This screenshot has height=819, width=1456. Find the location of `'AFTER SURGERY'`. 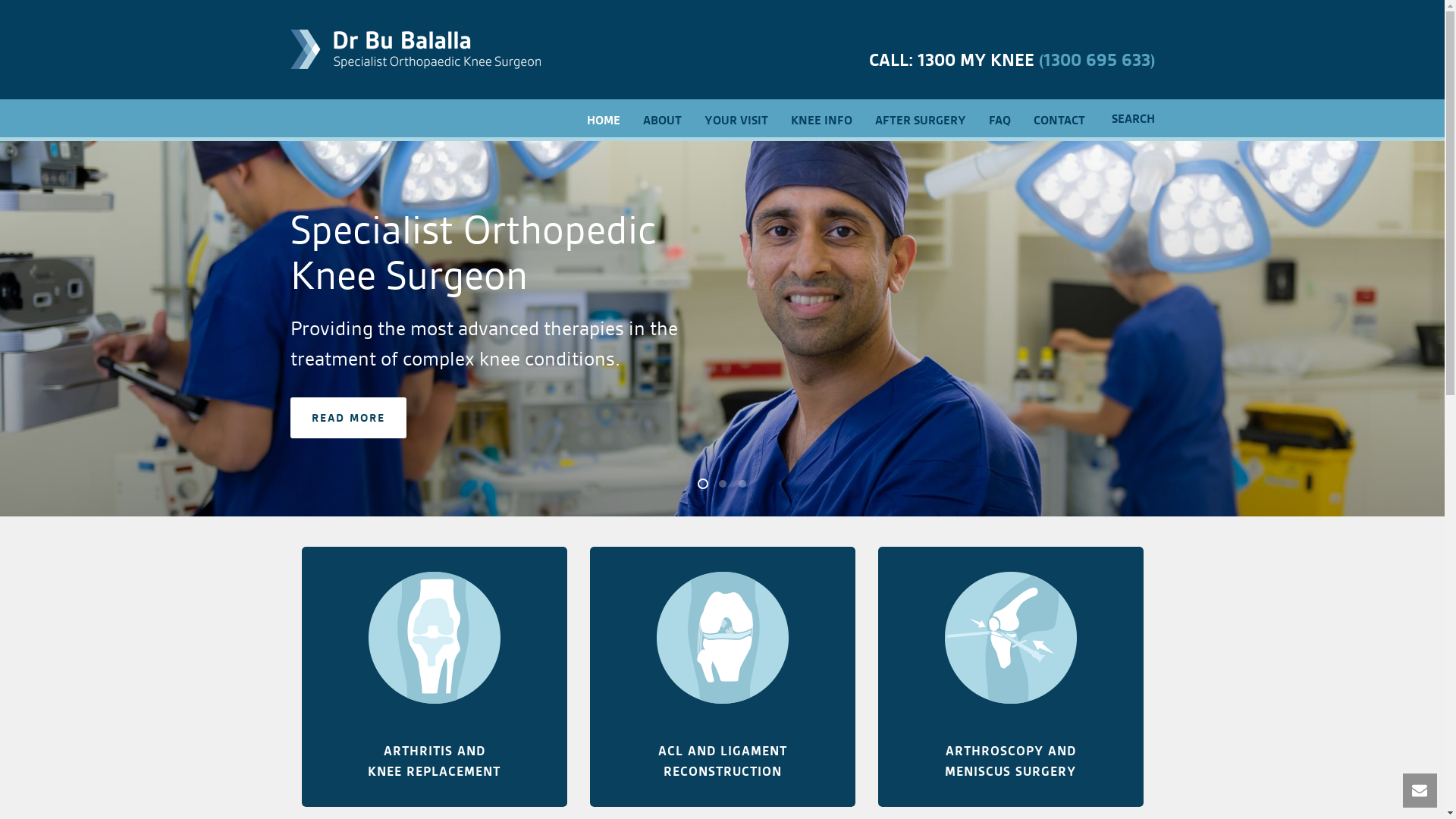

'AFTER SURGERY' is located at coordinates (919, 118).